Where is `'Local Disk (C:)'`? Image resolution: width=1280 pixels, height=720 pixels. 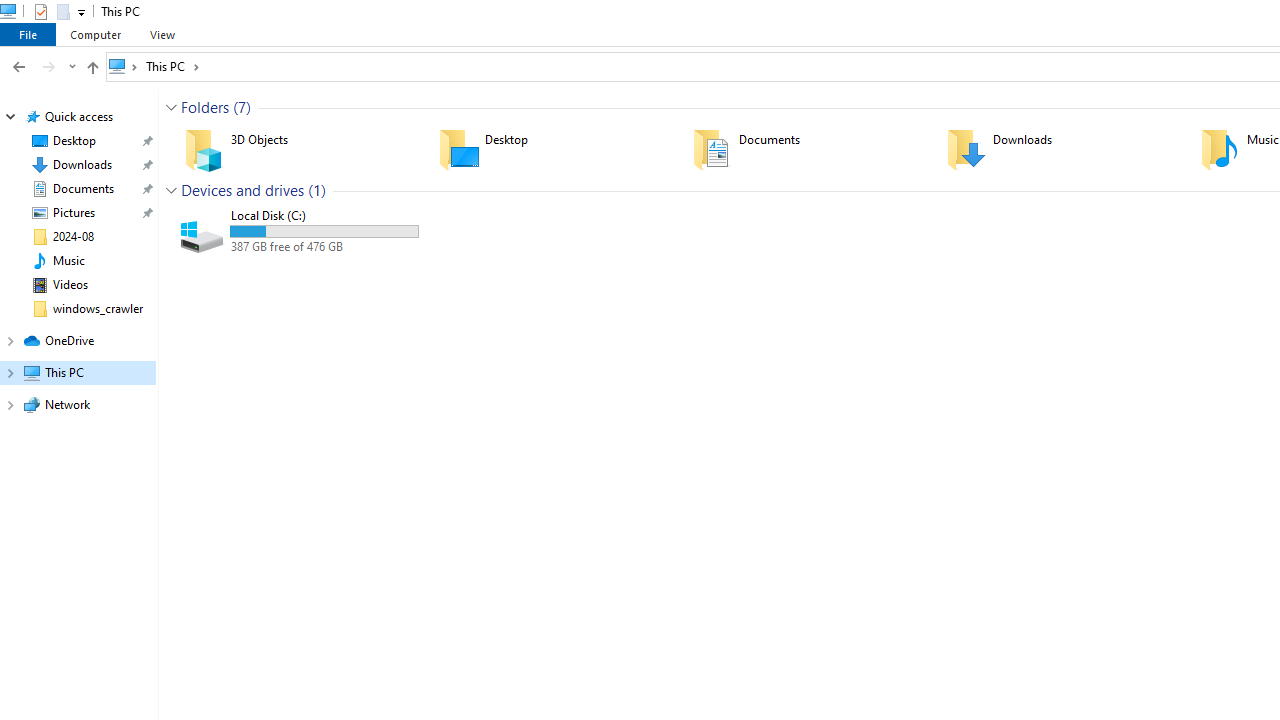
'Local Disk (C:)' is located at coordinates (297, 230).